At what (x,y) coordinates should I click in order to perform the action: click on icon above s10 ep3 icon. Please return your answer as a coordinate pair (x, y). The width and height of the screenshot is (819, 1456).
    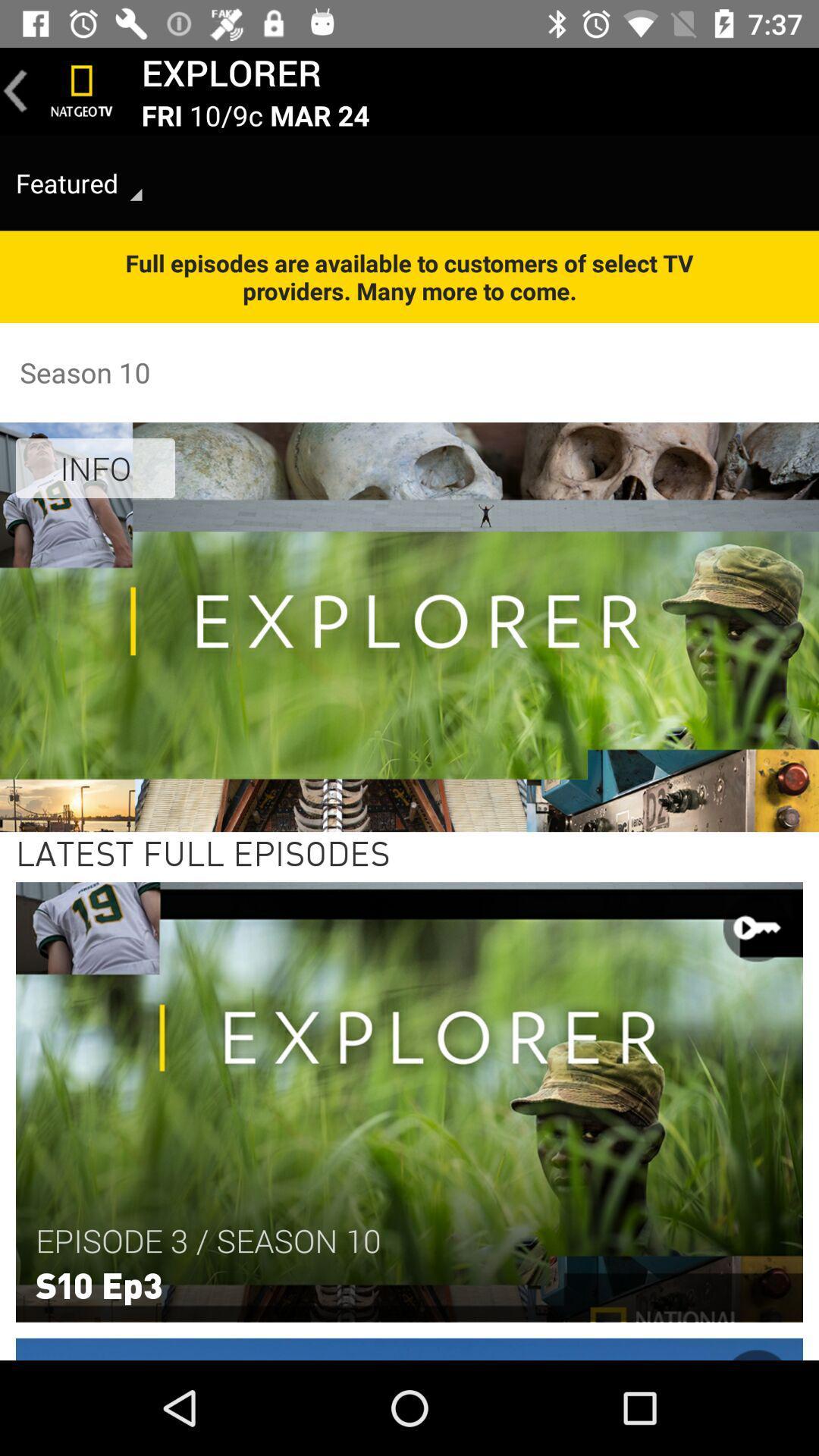
    Looking at the image, I should click on (208, 1241).